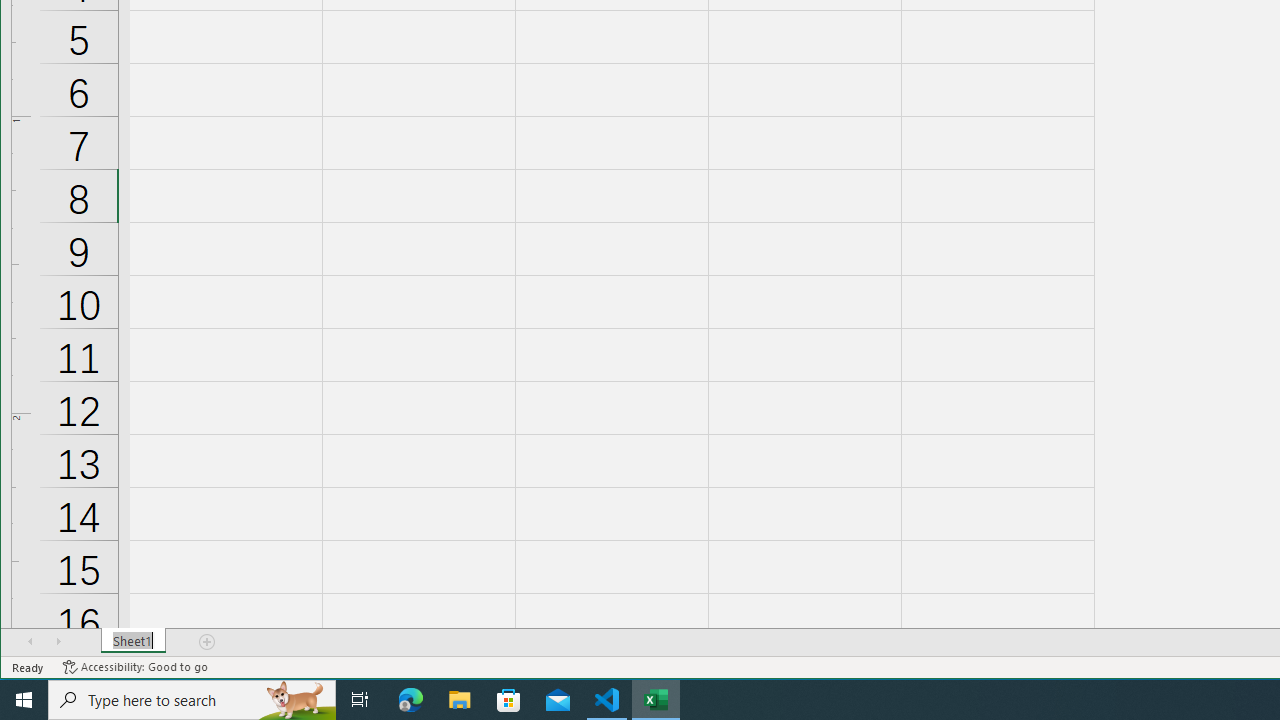  Describe the element at coordinates (24, 698) in the screenshot. I see `'Start'` at that location.